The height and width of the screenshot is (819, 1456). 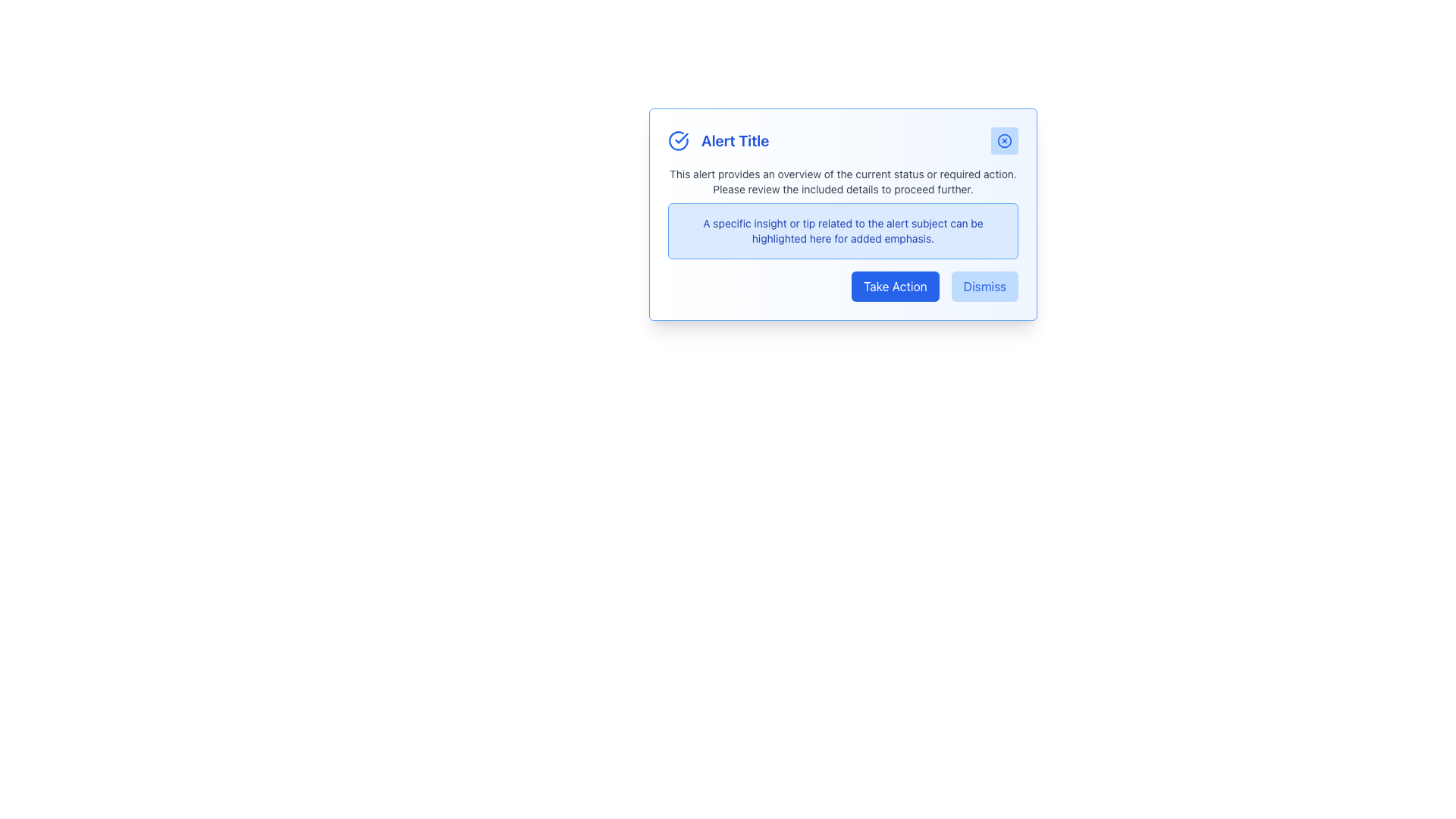 I want to click on the alert title element, which is a composite of text and an icon, located at the top-left side of the overlay panel, so click(x=717, y=140).